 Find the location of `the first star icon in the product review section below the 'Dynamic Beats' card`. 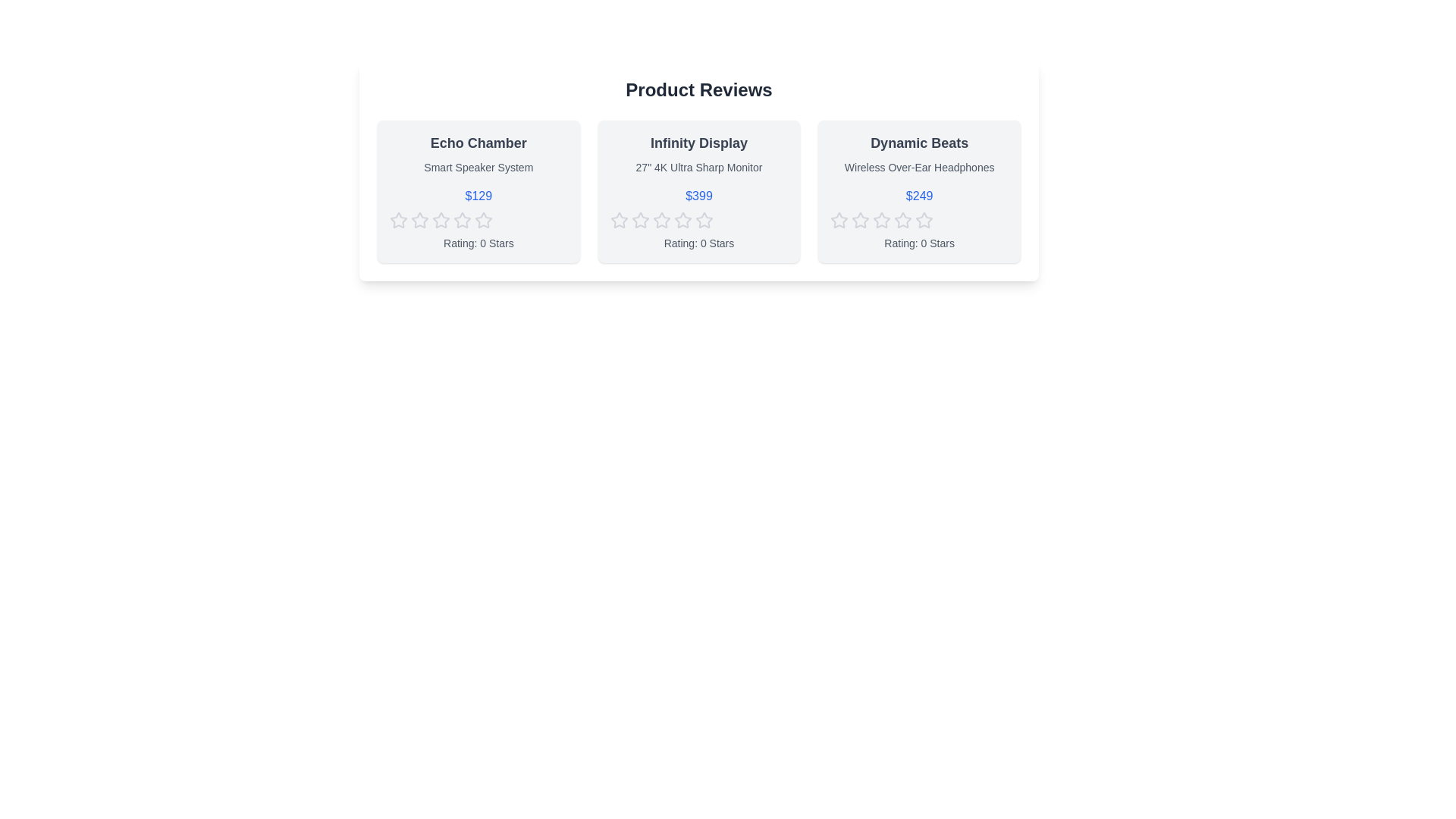

the first star icon in the product review section below the 'Dynamic Beats' card is located at coordinates (839, 220).